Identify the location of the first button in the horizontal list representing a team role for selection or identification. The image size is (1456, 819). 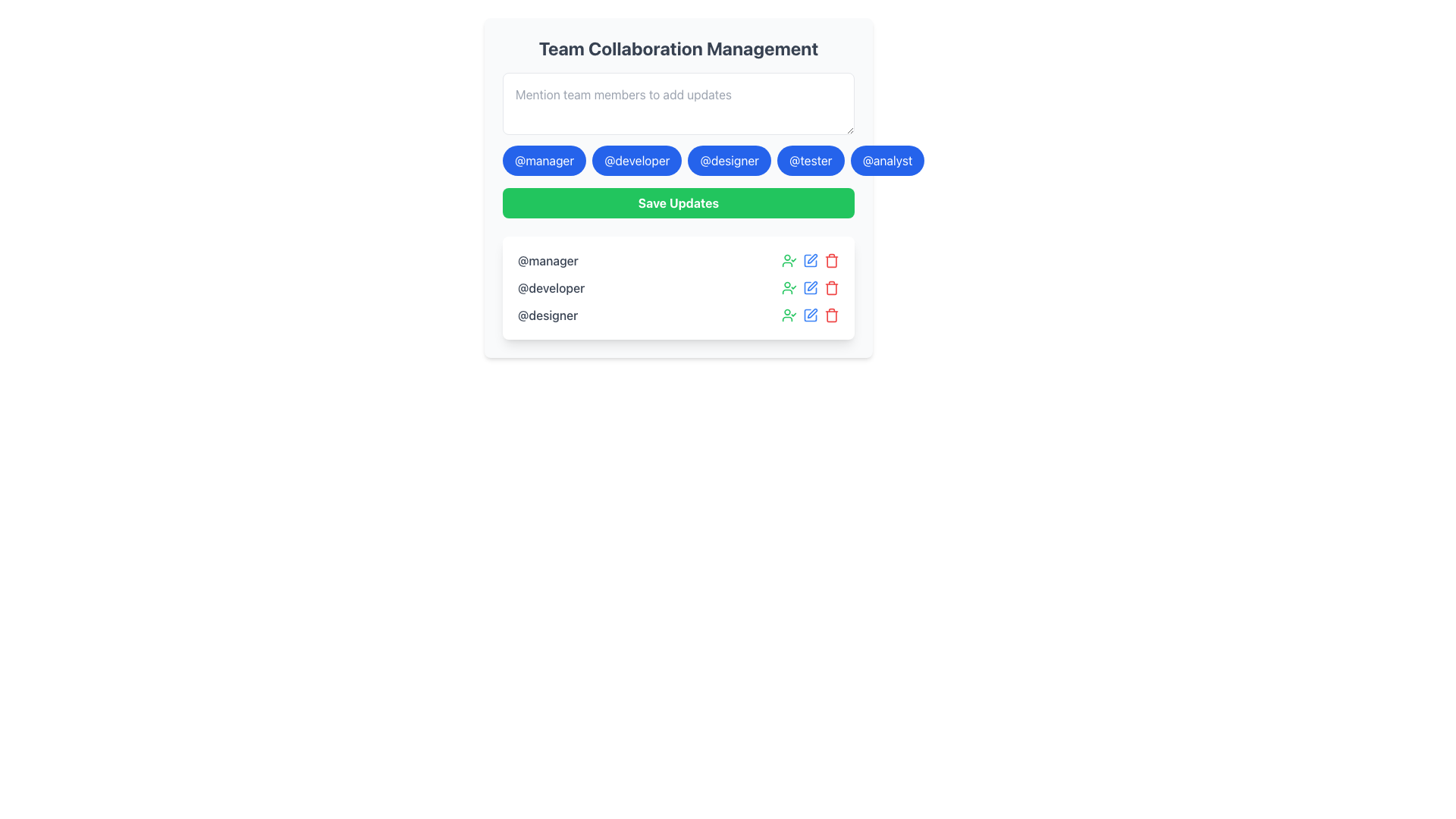
(544, 161).